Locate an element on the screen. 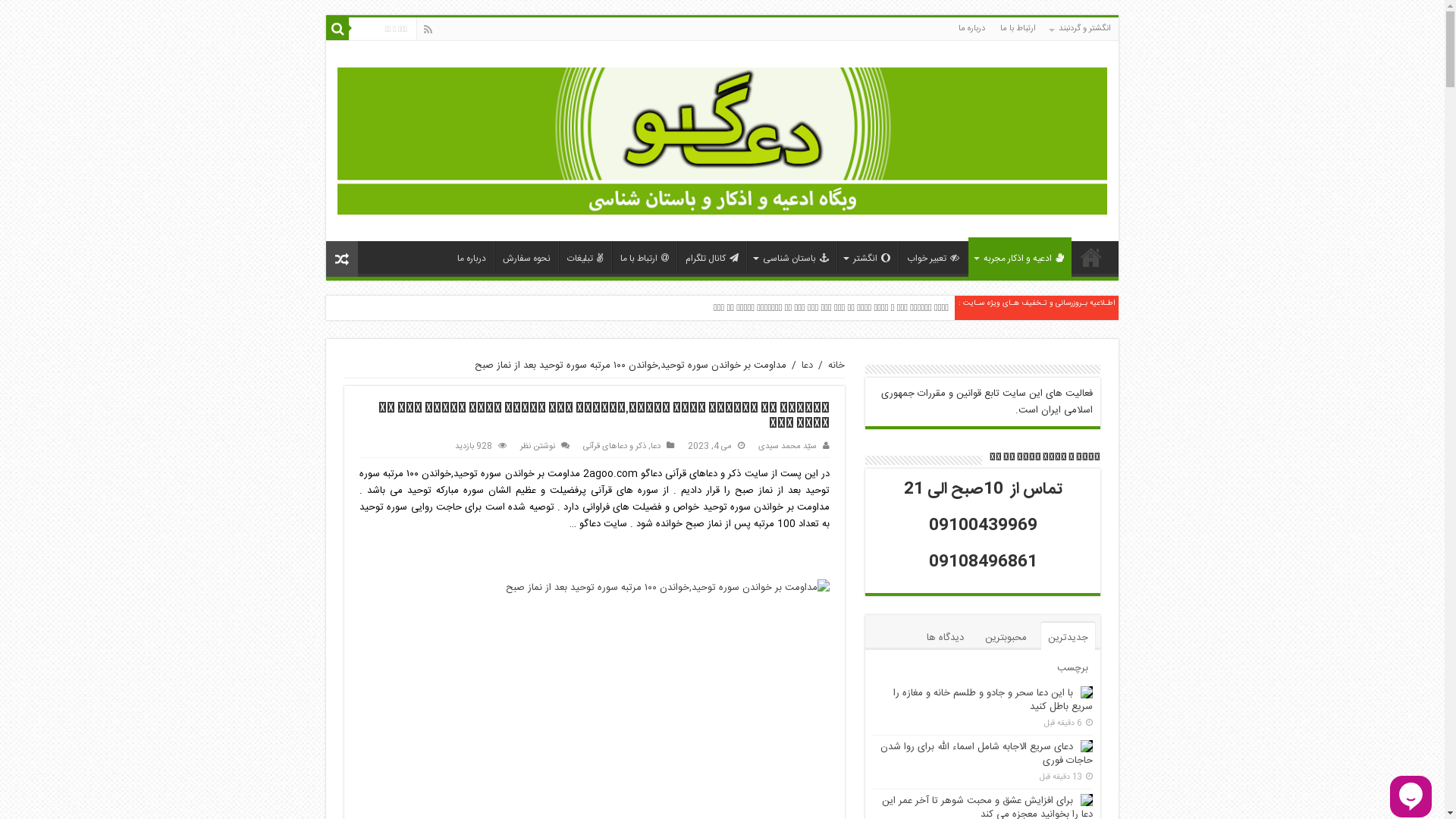  'Rss' is located at coordinates (427, 30).